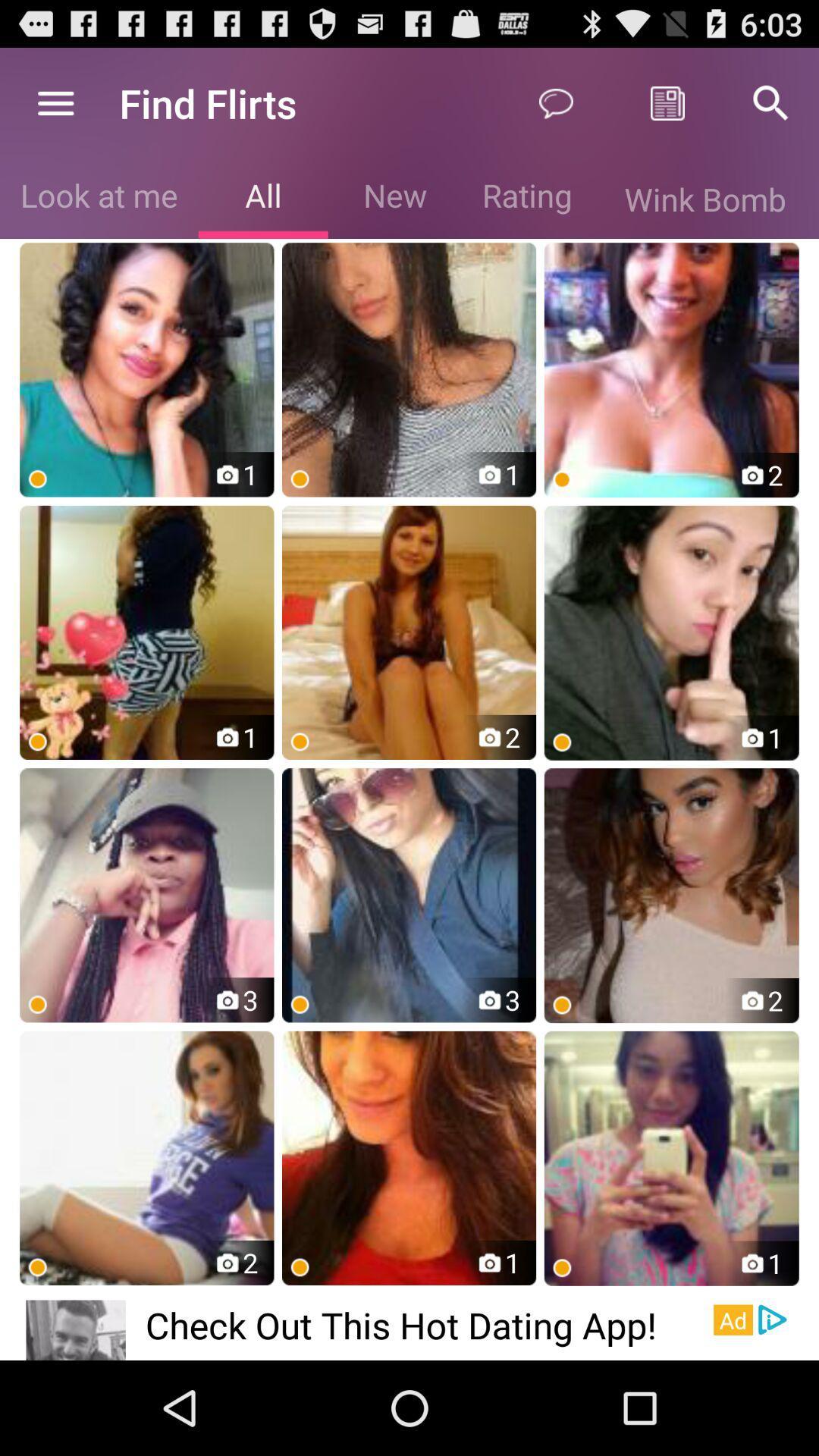  I want to click on the 2 nd image in the 4th row, so click(408, 1157).